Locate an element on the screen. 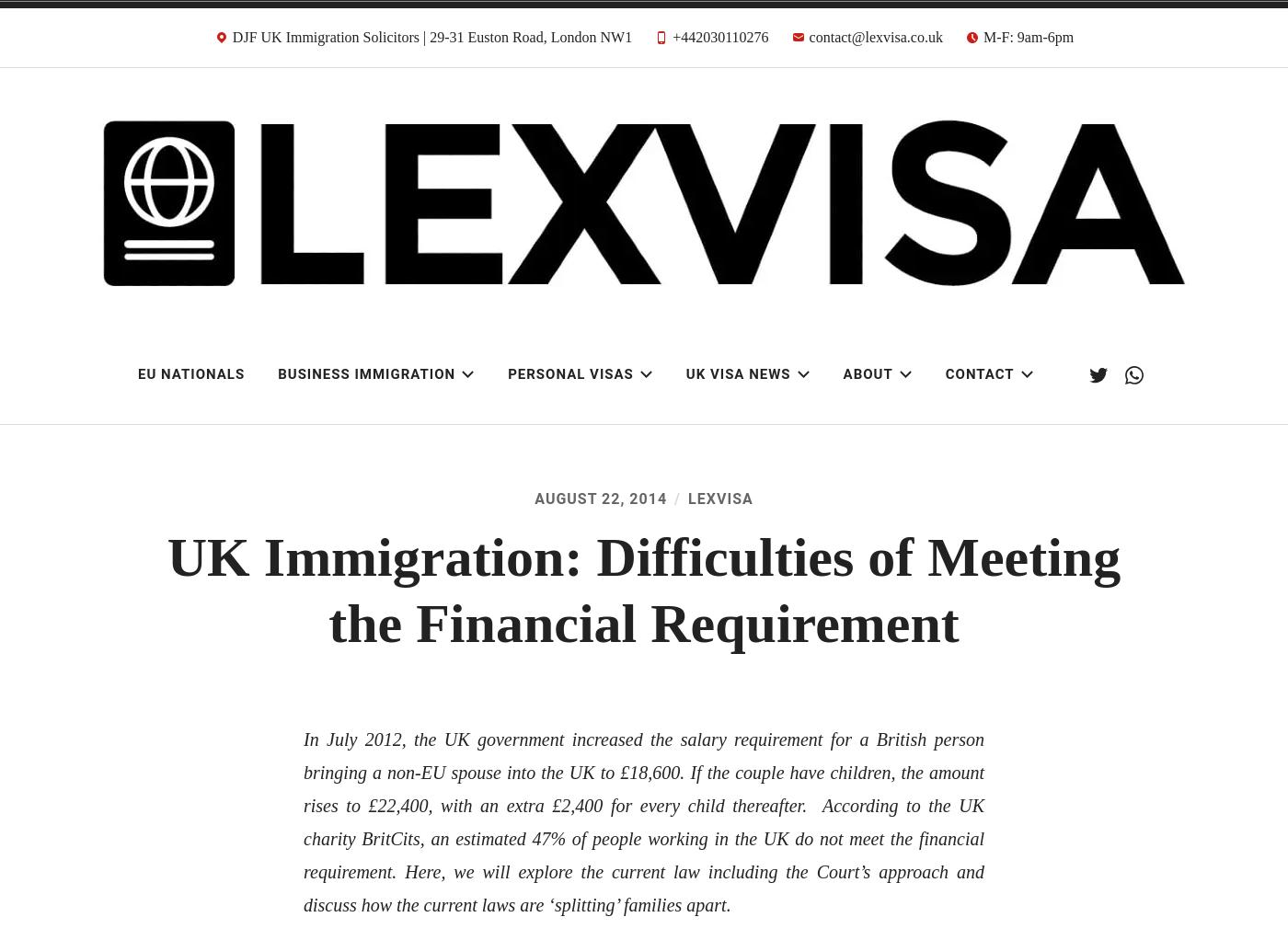 Image resolution: width=1288 pixels, height=940 pixels. 'UK Visa News' is located at coordinates (738, 373).